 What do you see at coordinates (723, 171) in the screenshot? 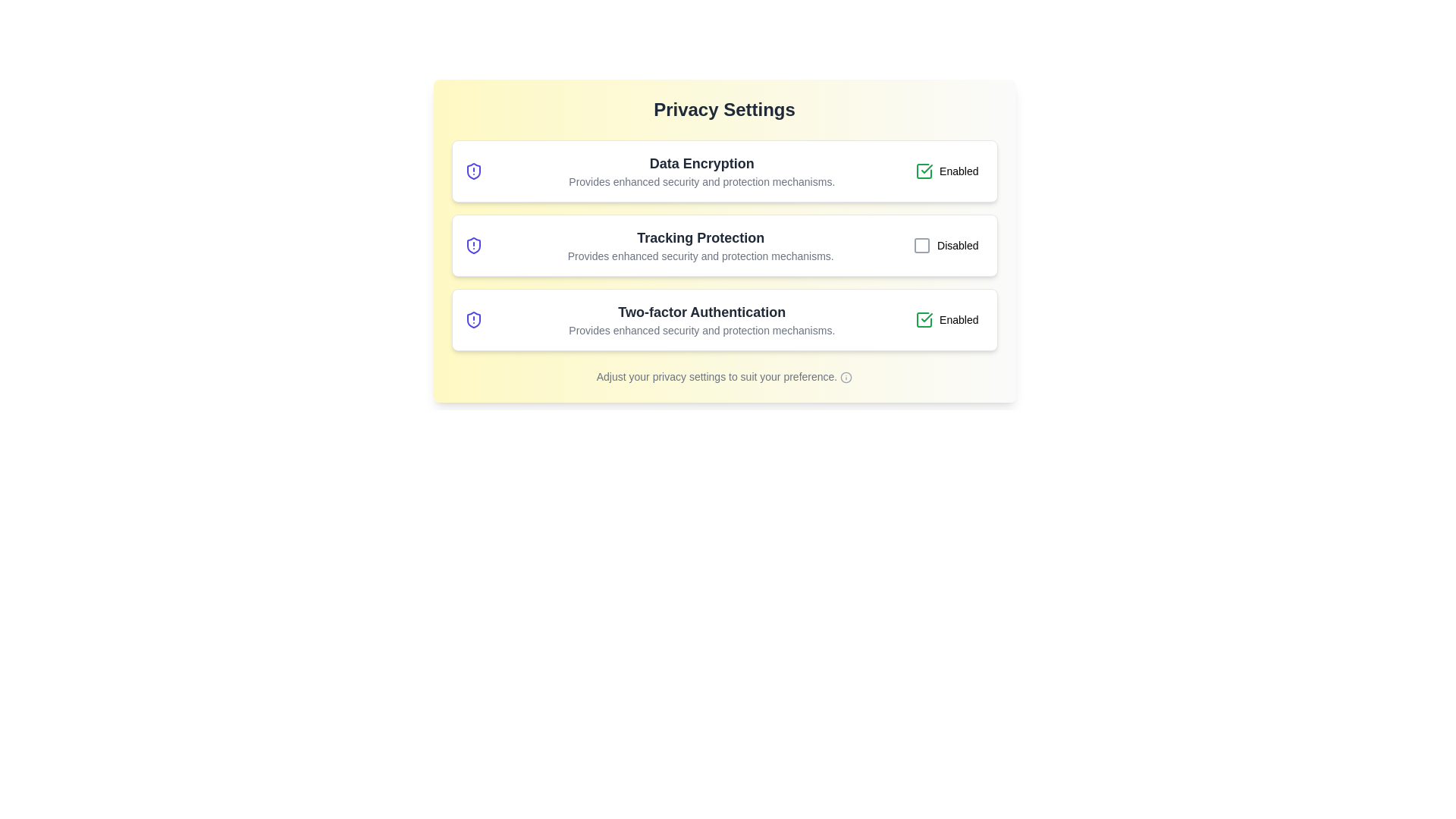
I see `the 'Data Encryption' setting option in the 'Privacy Settings' section` at bounding box center [723, 171].